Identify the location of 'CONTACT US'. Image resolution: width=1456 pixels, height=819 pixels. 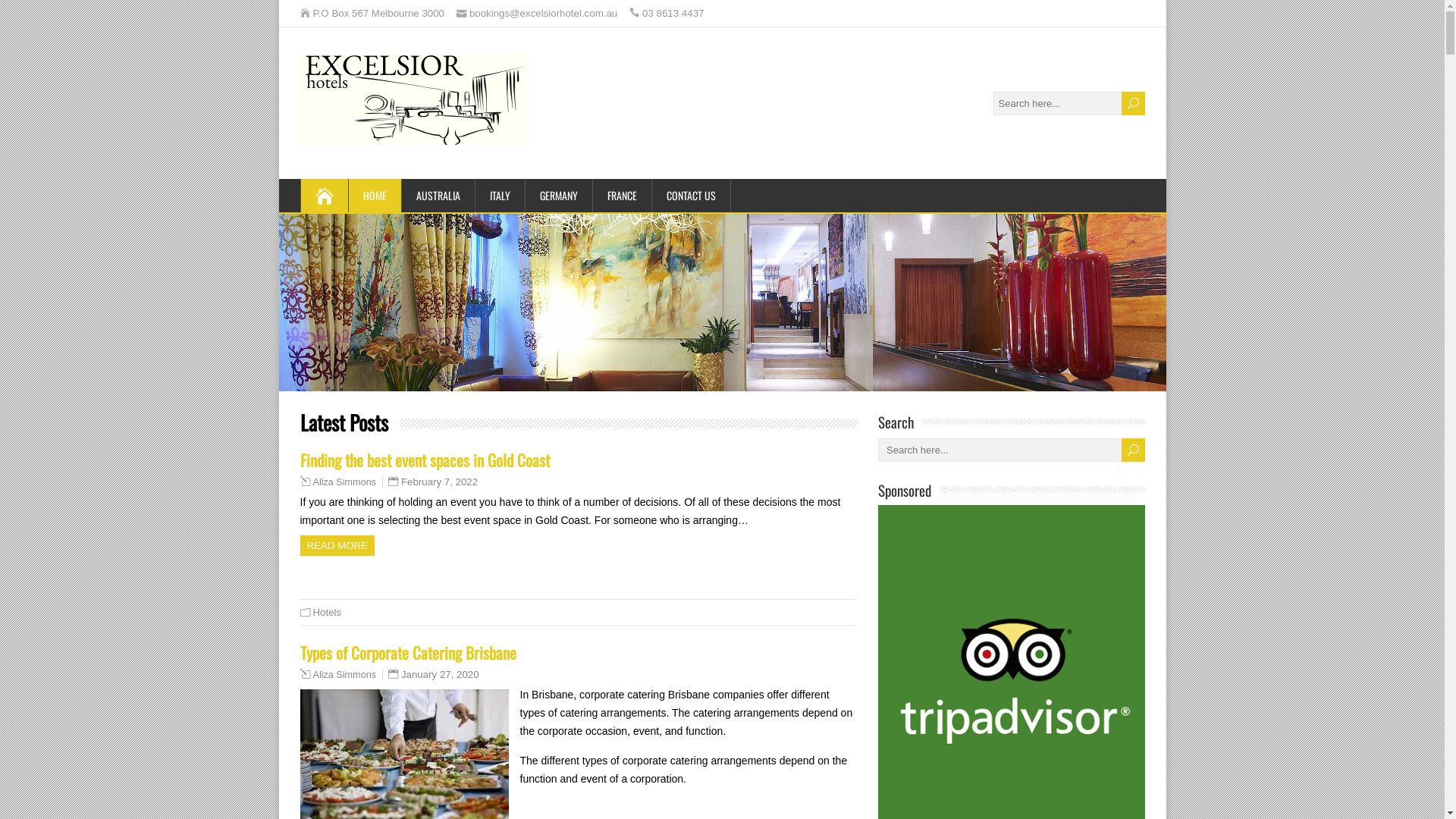
(691, 195).